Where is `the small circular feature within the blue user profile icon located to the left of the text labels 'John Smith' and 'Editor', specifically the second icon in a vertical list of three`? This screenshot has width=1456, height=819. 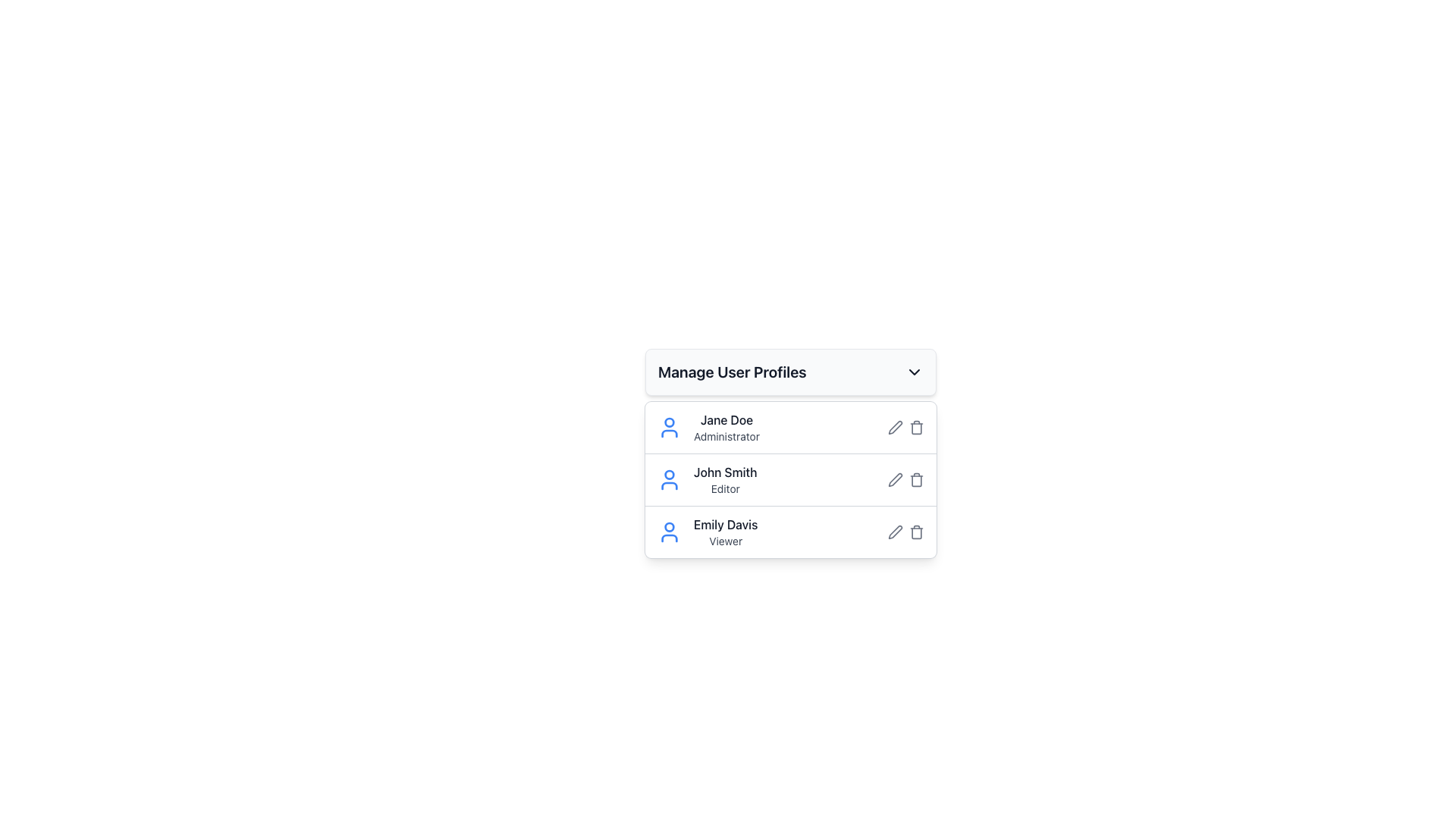
the small circular feature within the blue user profile icon located to the left of the text labels 'John Smith' and 'Editor', specifically the second icon in a vertical list of three is located at coordinates (669, 473).